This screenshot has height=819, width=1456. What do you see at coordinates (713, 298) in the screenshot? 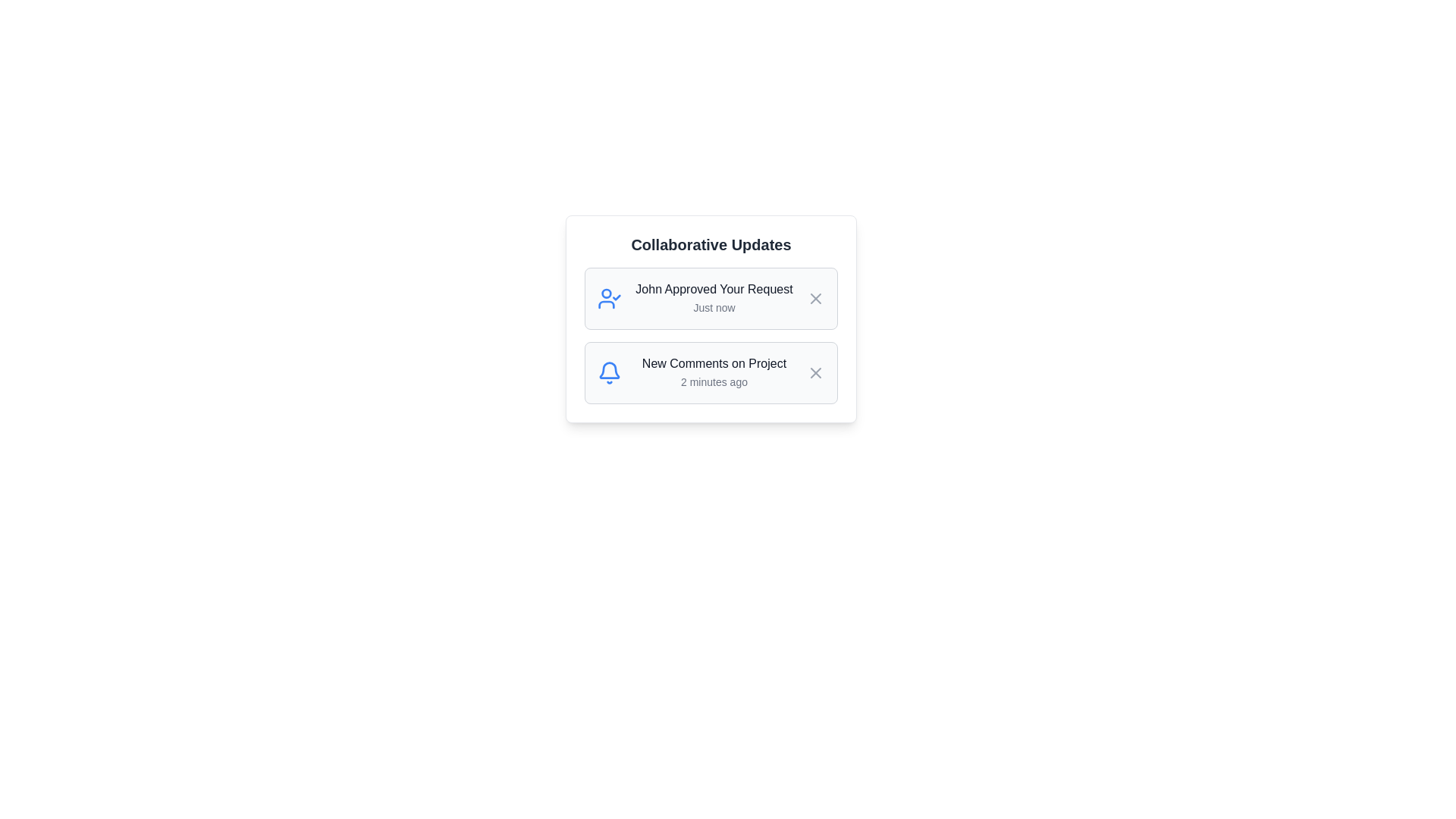
I see `the notification message indicating that John has approved the user's request, located in the 'Collaborative Updates' section of the top notification card` at bounding box center [713, 298].